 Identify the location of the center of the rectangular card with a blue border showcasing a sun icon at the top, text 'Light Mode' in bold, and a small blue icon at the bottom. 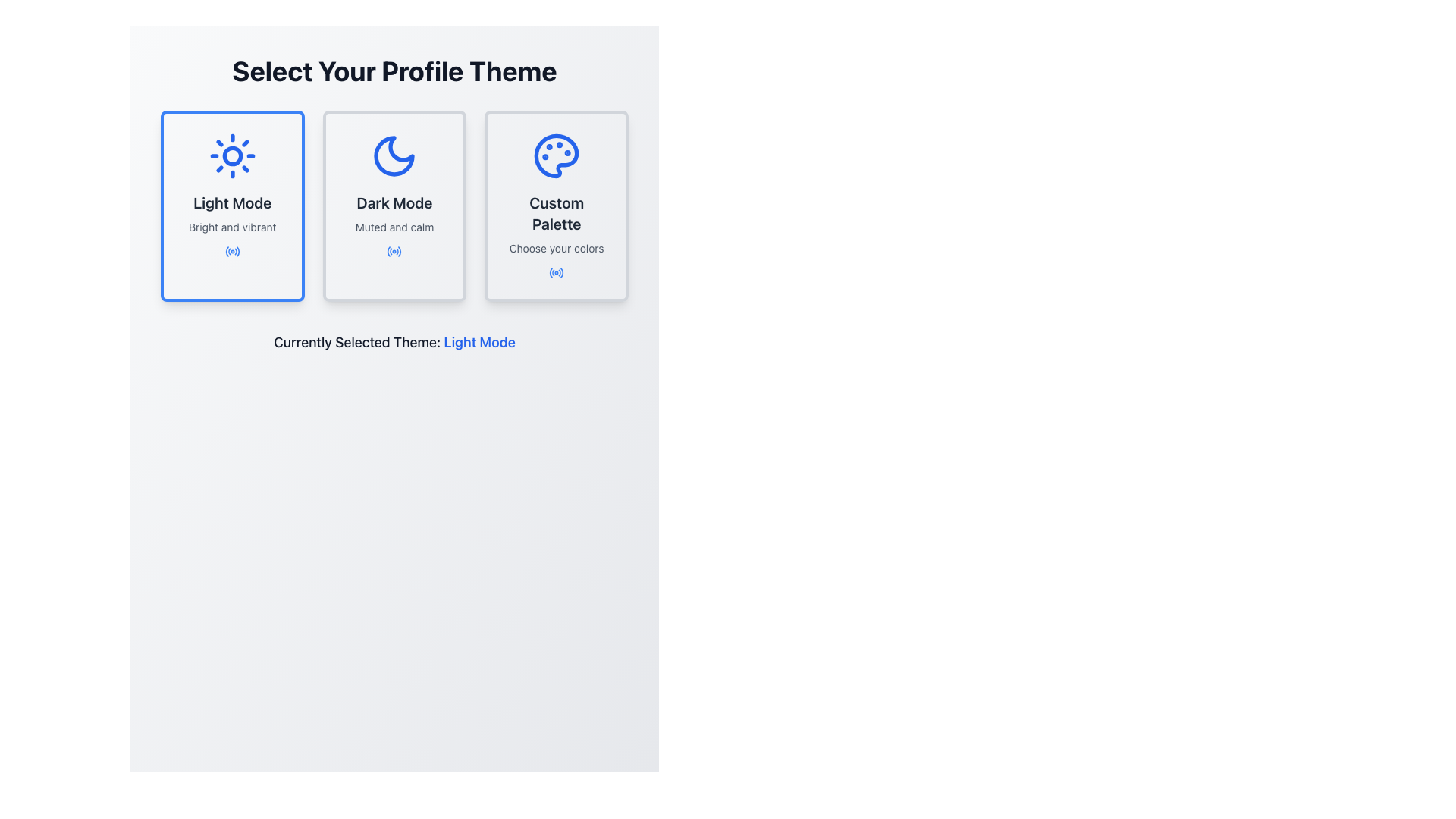
(231, 206).